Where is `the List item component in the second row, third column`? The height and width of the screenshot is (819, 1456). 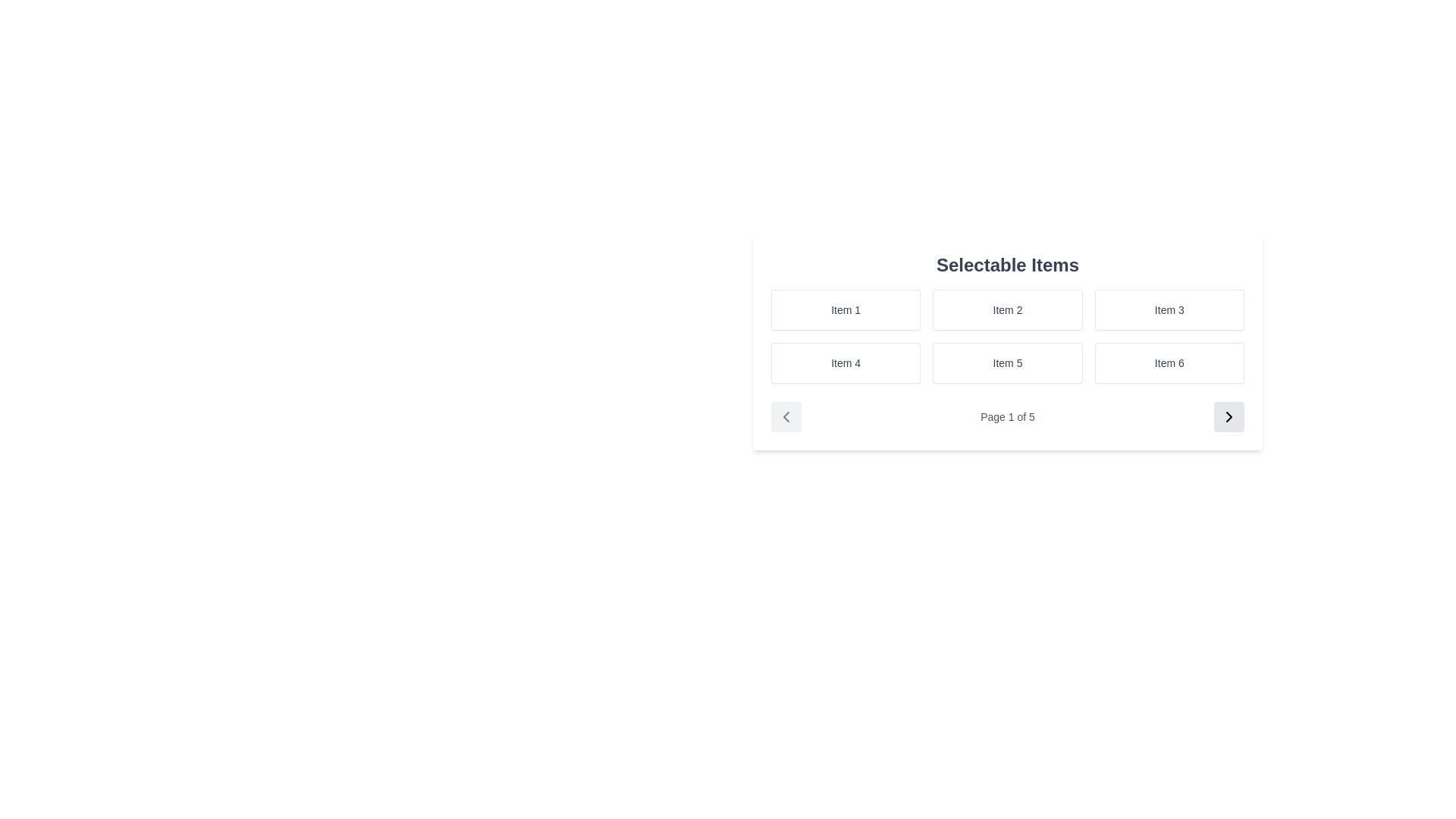
the List item component in the second row, third column is located at coordinates (1169, 362).